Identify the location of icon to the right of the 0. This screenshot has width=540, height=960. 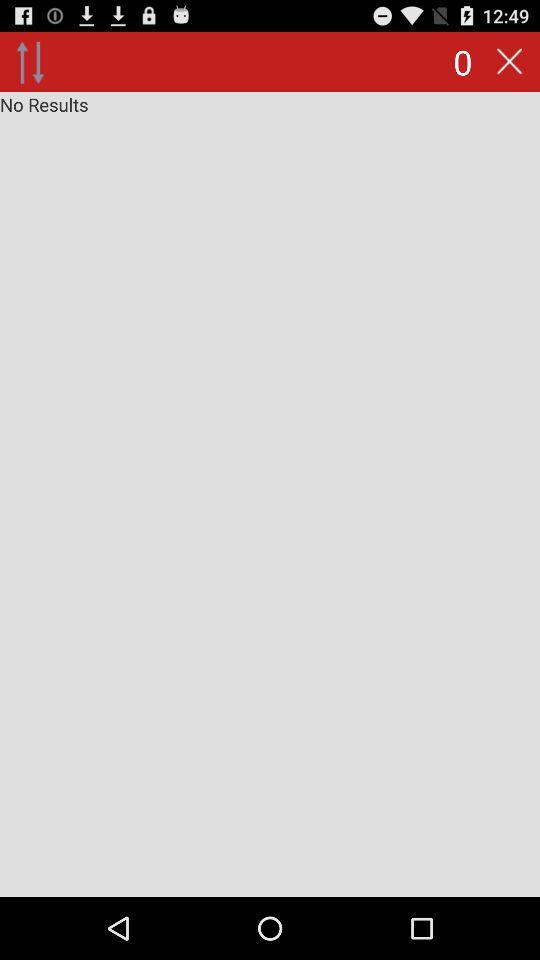
(509, 61).